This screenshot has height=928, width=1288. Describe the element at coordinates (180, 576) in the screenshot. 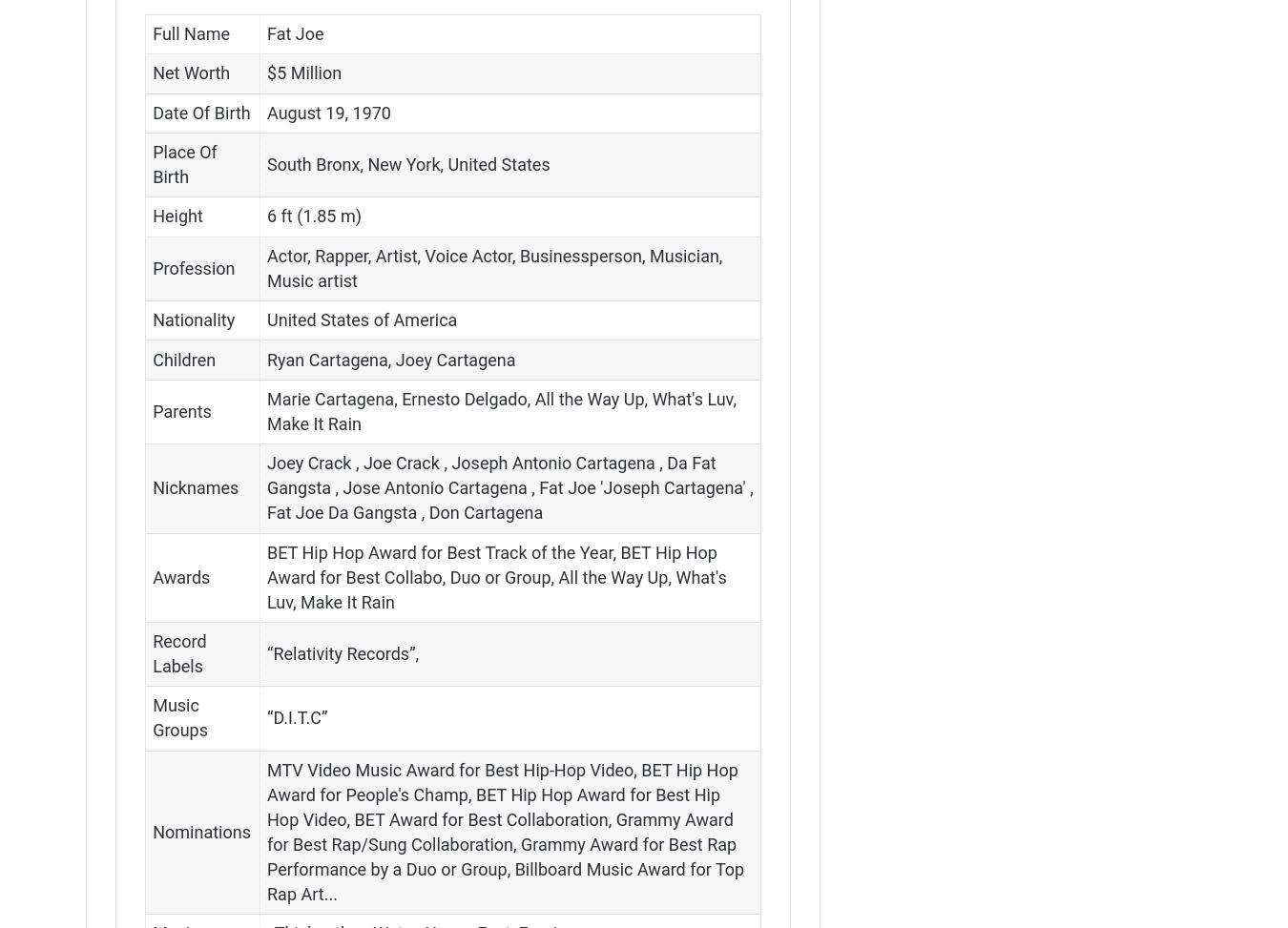

I see `'Awards'` at that location.